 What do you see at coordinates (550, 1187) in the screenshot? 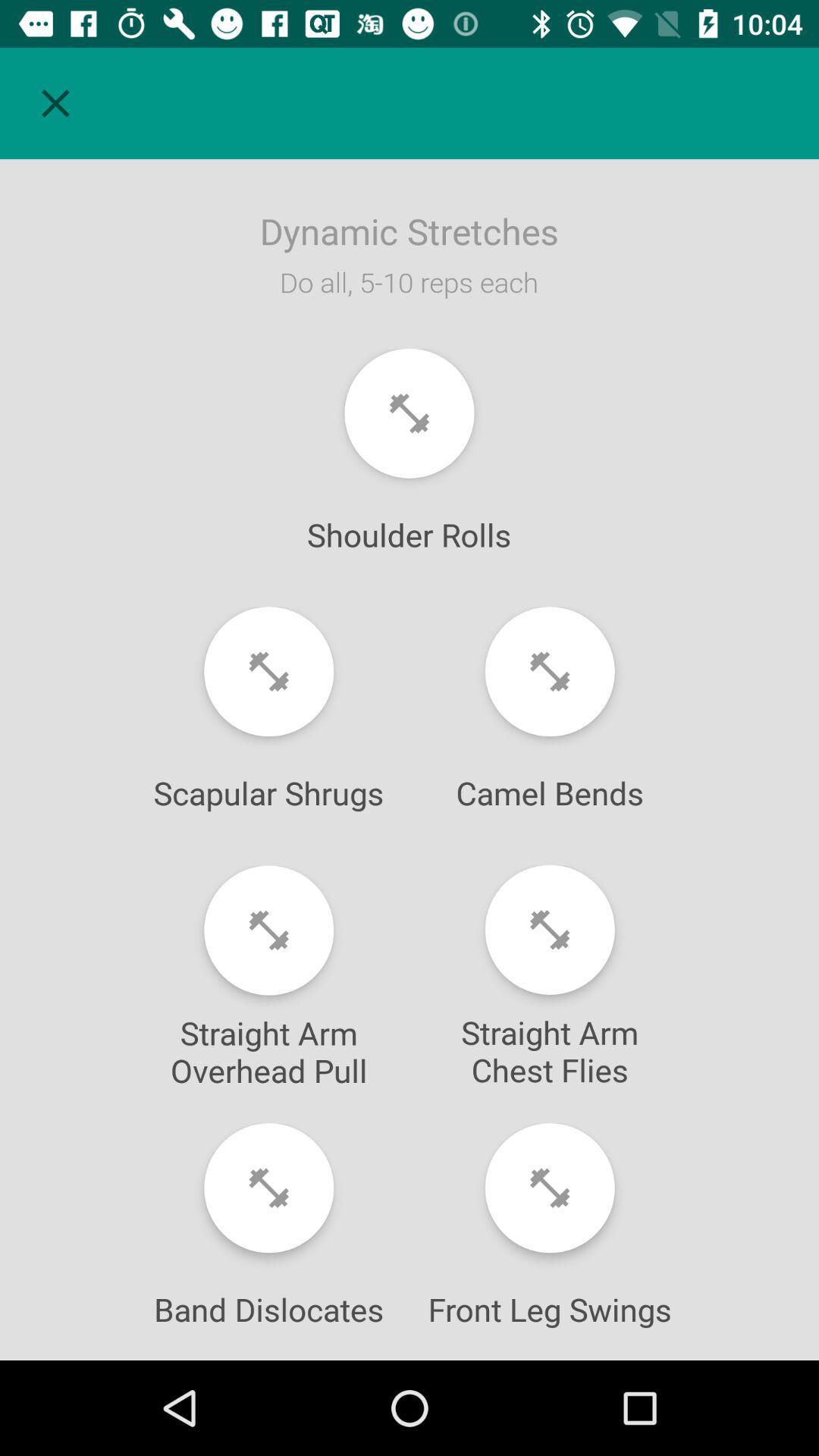
I see `begin front leg swings` at bounding box center [550, 1187].